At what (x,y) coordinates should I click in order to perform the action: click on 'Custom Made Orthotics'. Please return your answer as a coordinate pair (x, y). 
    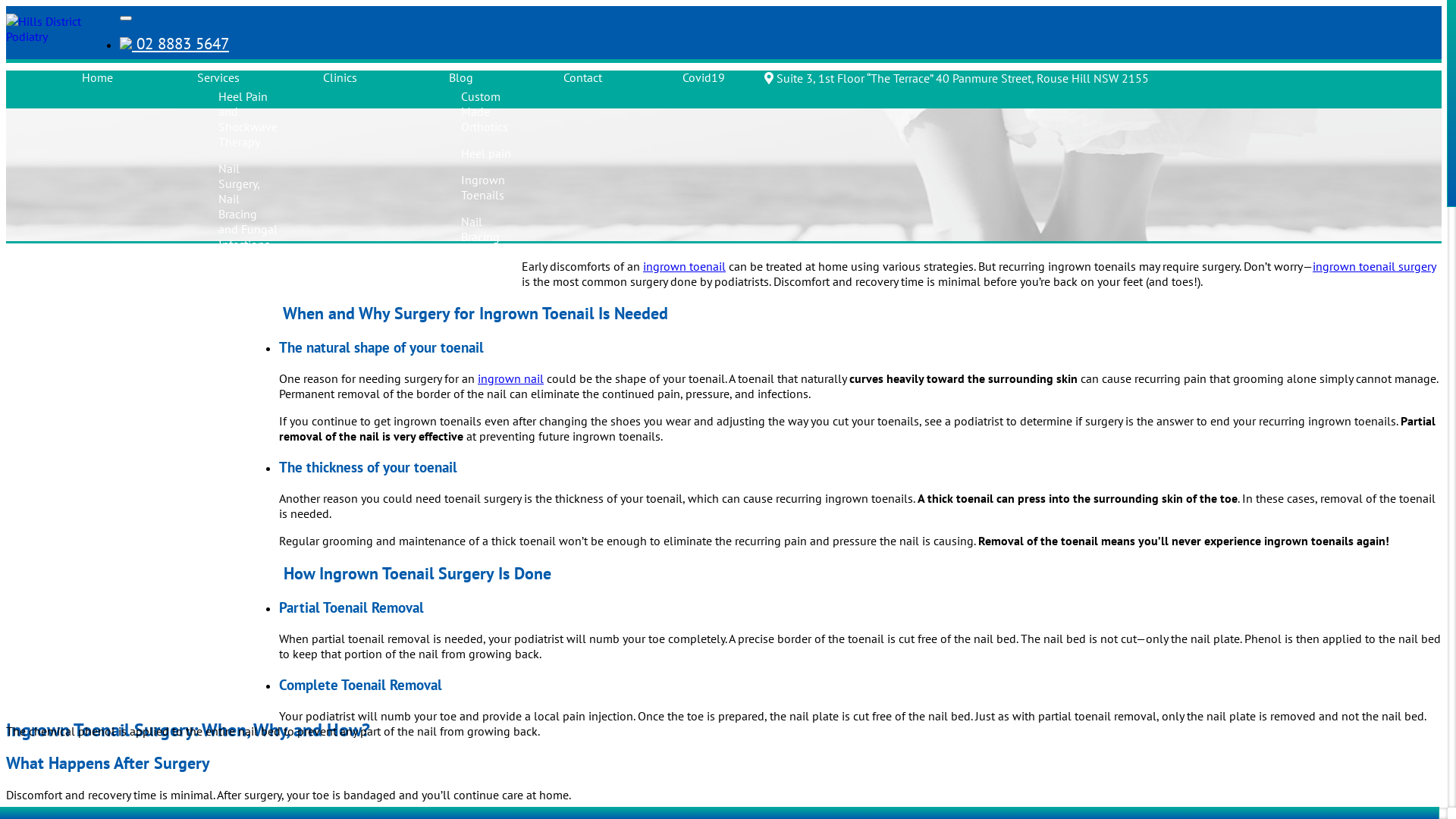
    Looking at the image, I should click on (483, 110).